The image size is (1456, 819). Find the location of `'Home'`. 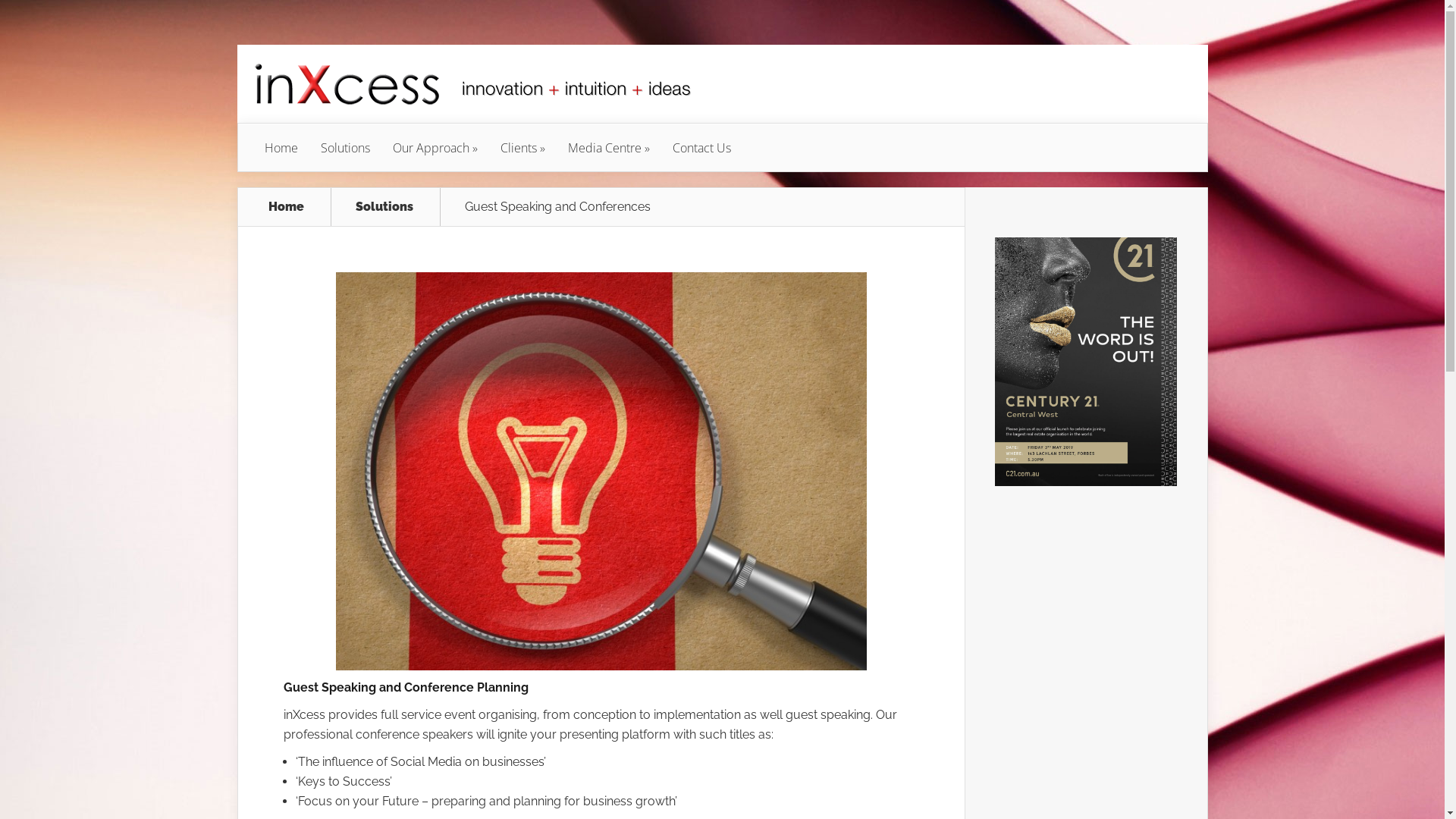

'Home' is located at coordinates (250, 207).